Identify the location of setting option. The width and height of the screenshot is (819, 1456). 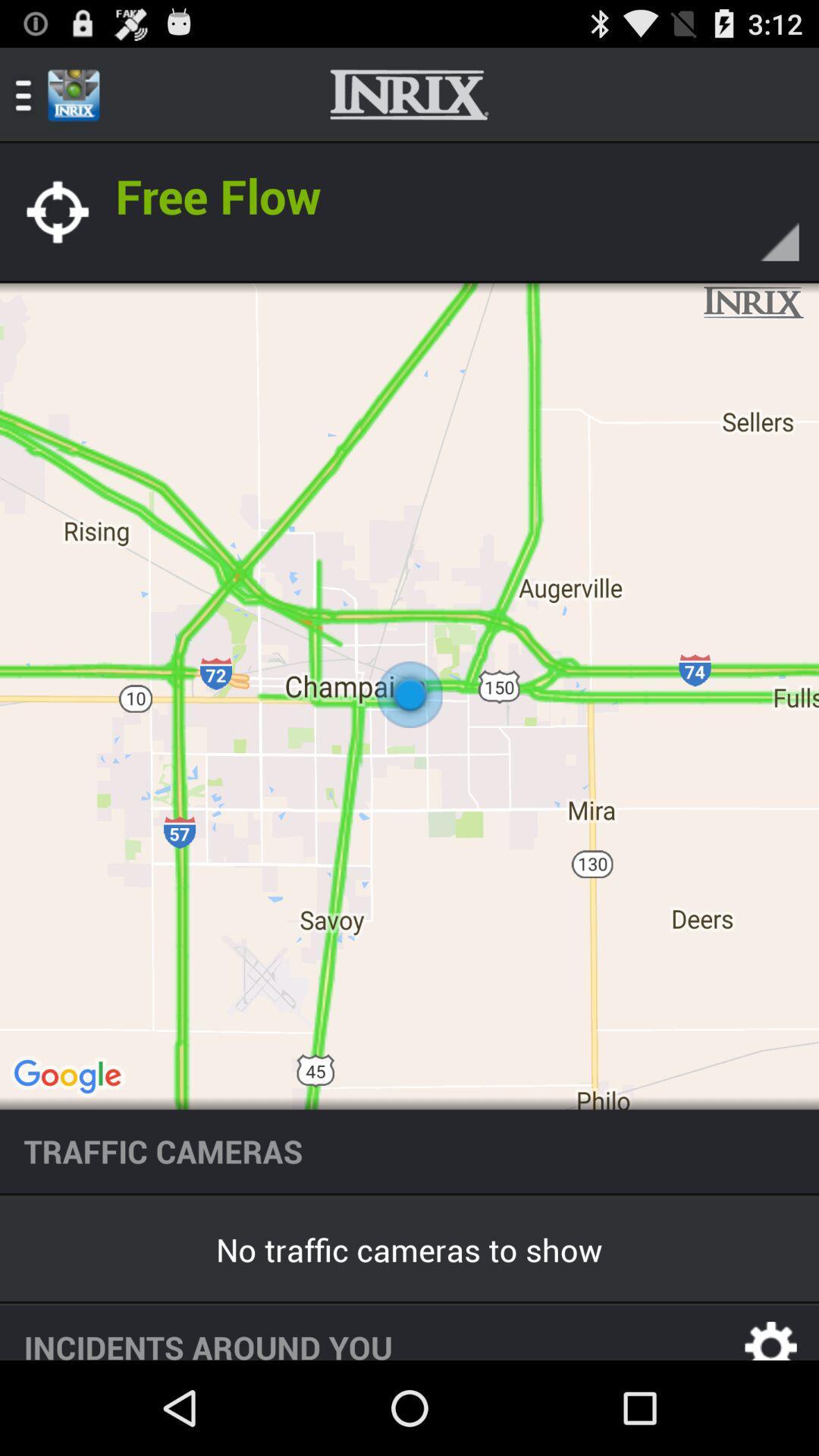
(771, 1332).